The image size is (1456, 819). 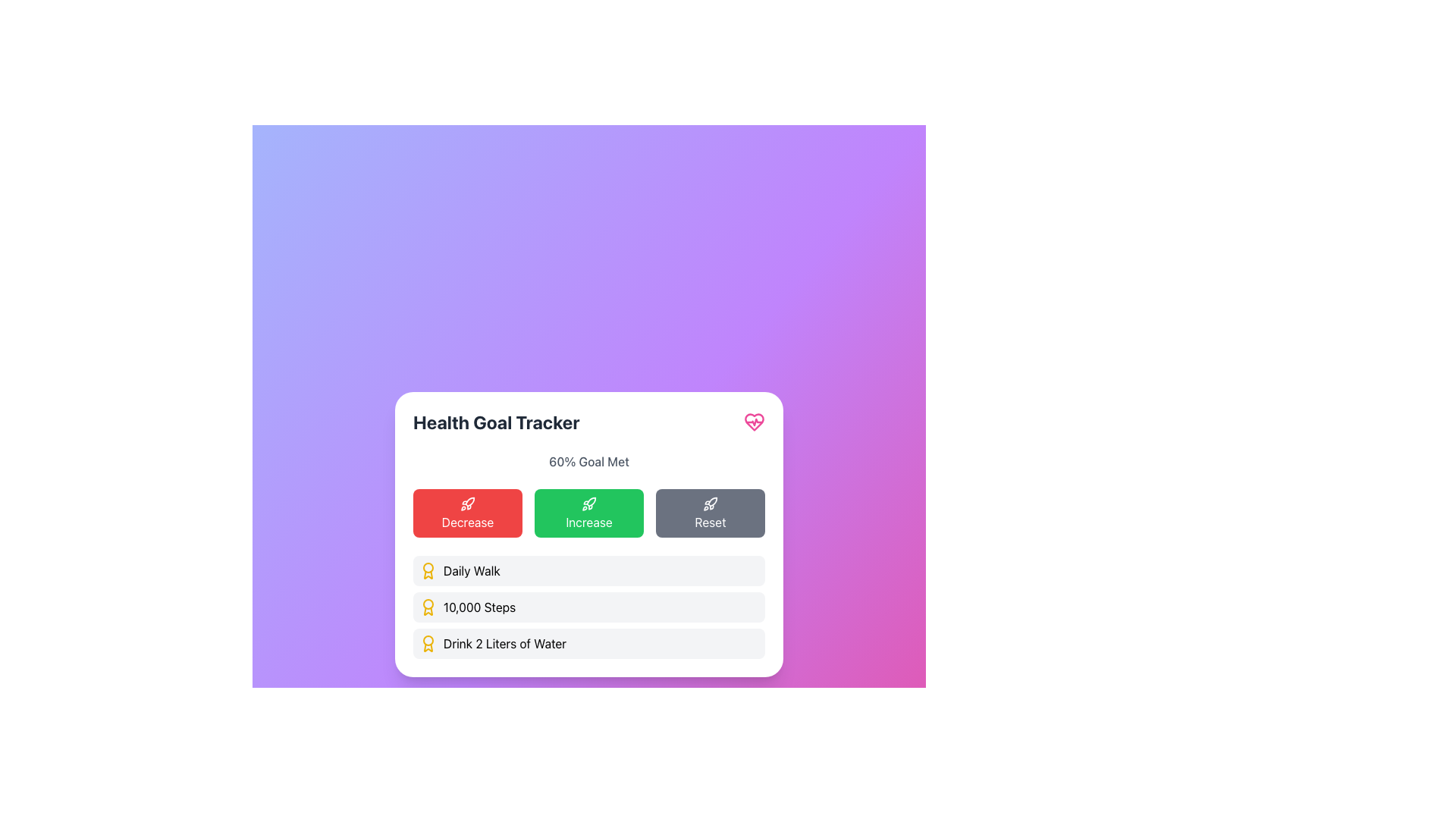 I want to click on the text label that displays '60% Goal Met', which is centered in the 'Health Goal Tracker' section above the buttons 'Decrease', 'Increase', and 'Reset', so click(x=588, y=461).